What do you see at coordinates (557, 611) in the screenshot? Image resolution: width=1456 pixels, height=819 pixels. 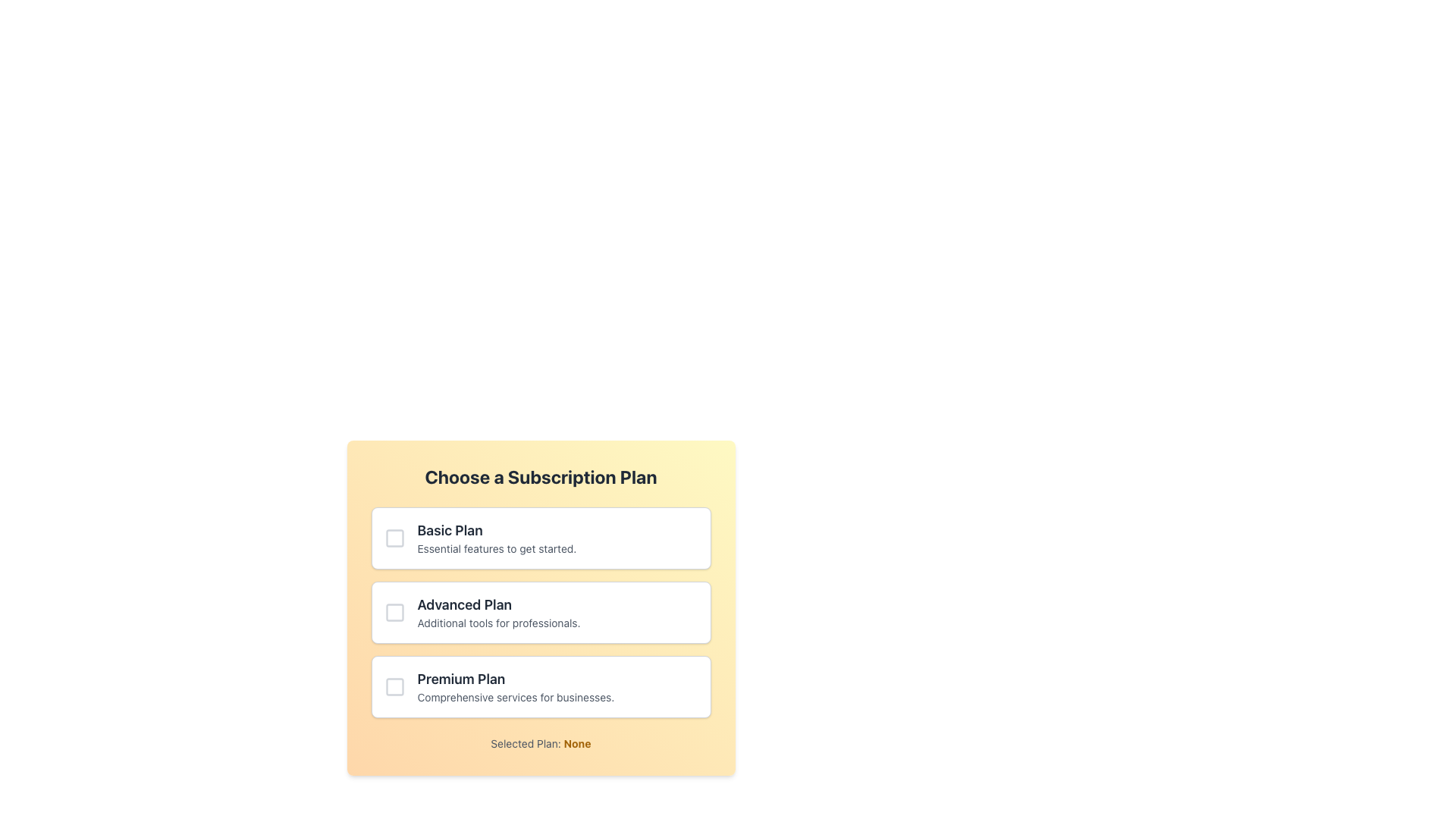 I see `the informational text block about the 'Advanced Plan' subscription, which is the second item in the vertical list of subscription options` at bounding box center [557, 611].